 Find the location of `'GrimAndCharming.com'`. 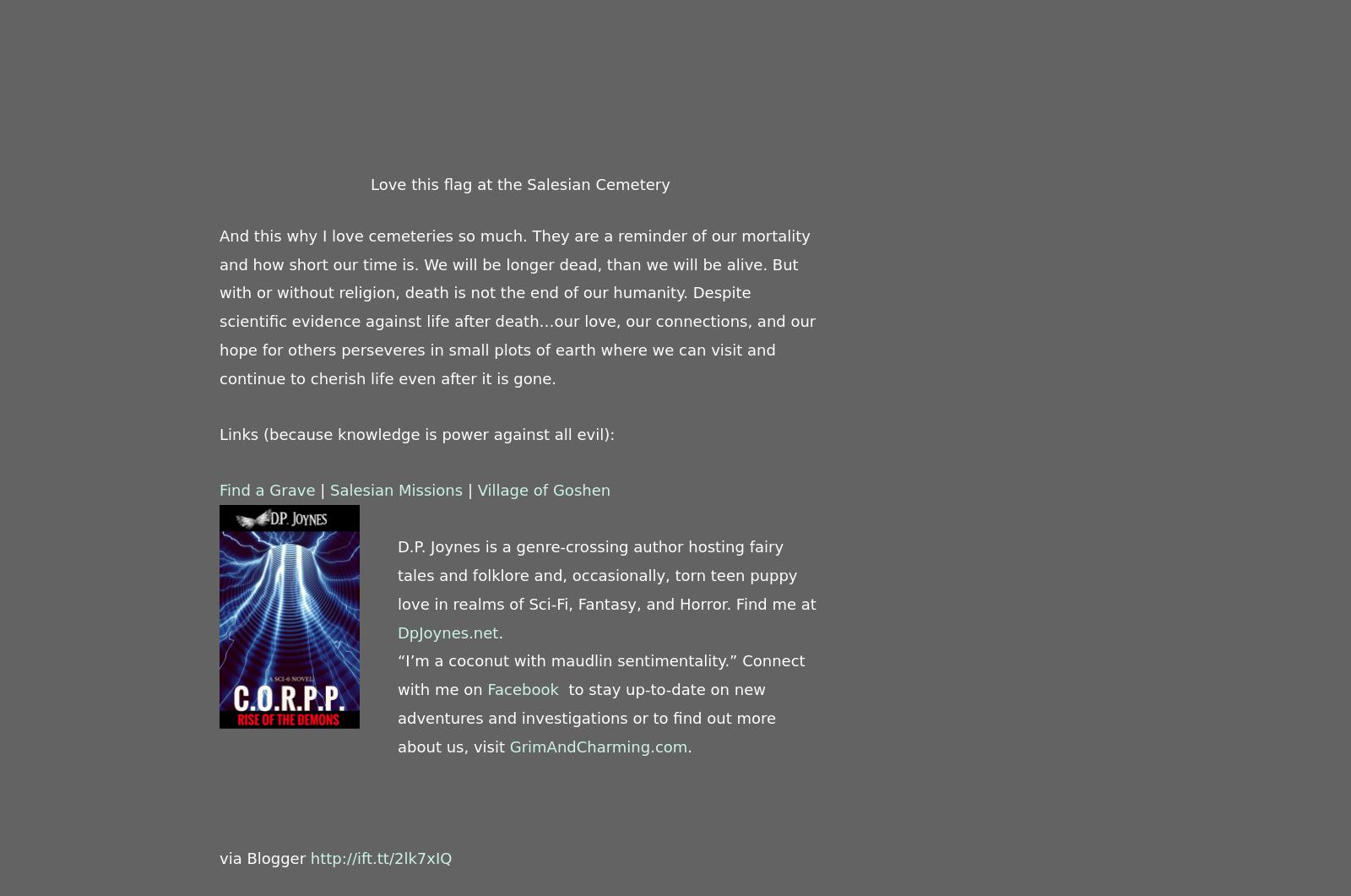

'GrimAndCharming.com' is located at coordinates (598, 746).